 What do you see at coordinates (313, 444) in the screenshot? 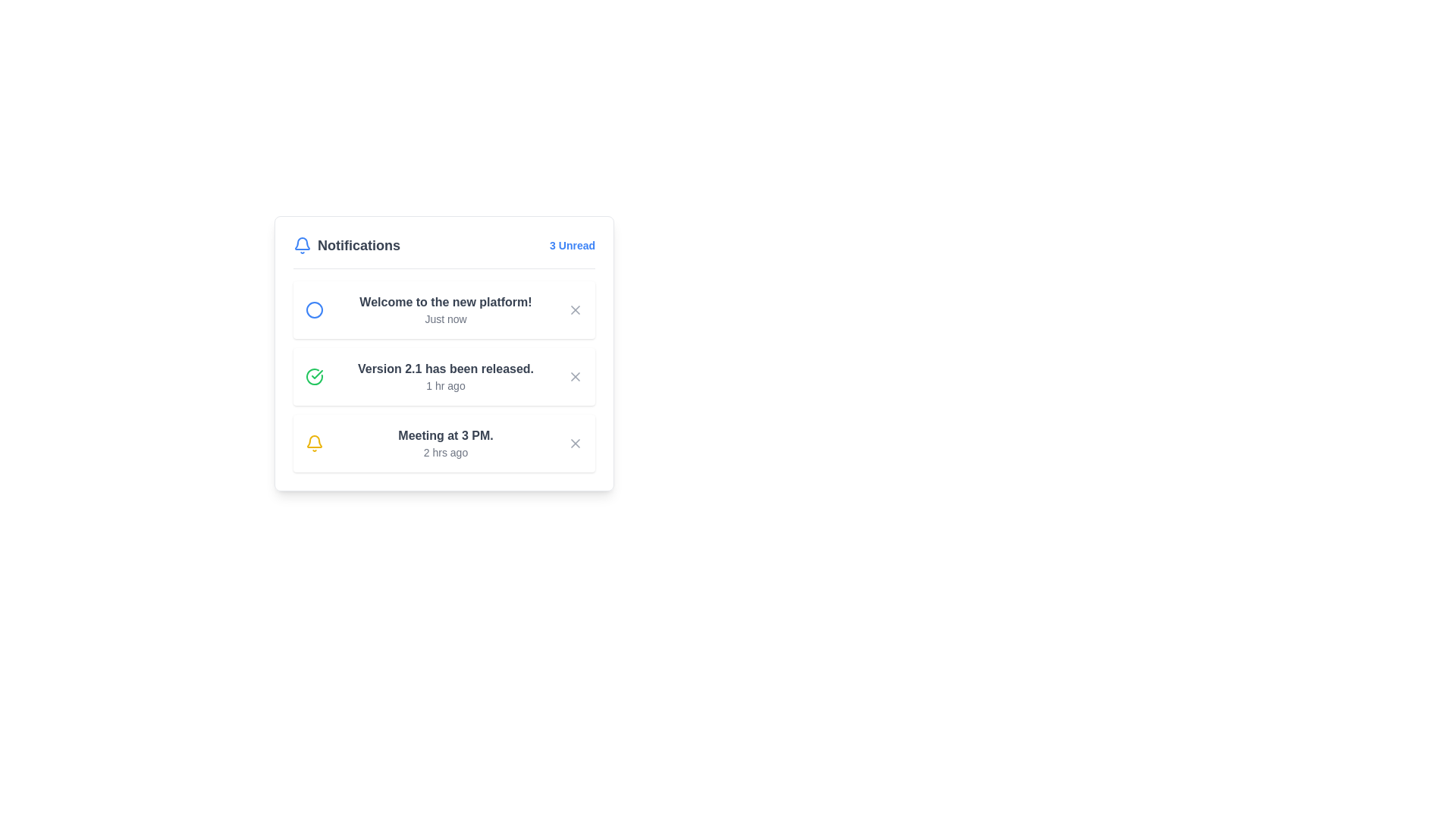
I see `the bell icon located within the notification card stating 'Meeting at 3 PM.' on the left side beside the text for informational purposes` at bounding box center [313, 444].